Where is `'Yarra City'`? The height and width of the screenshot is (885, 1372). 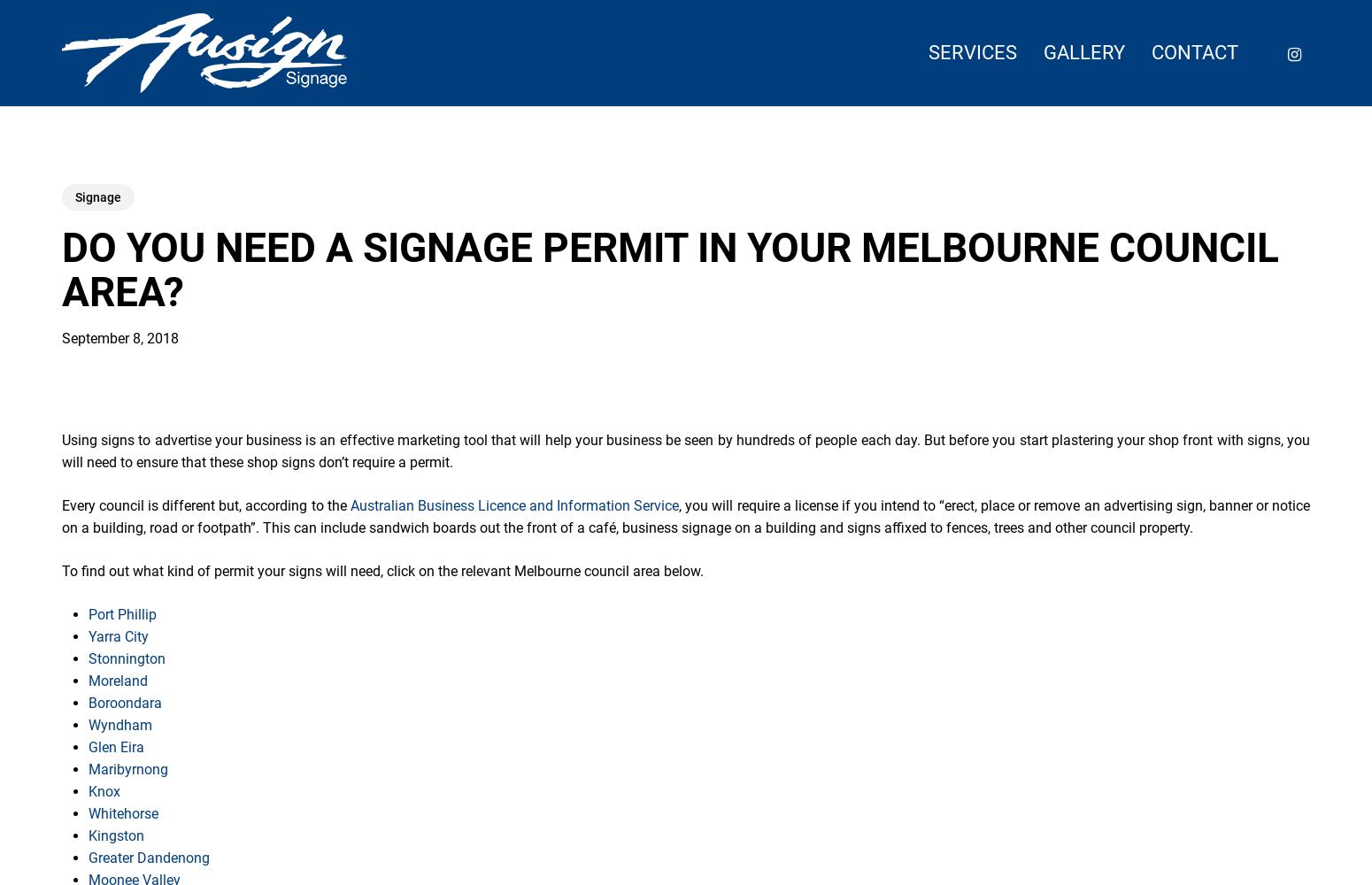
'Yarra City' is located at coordinates (119, 635).